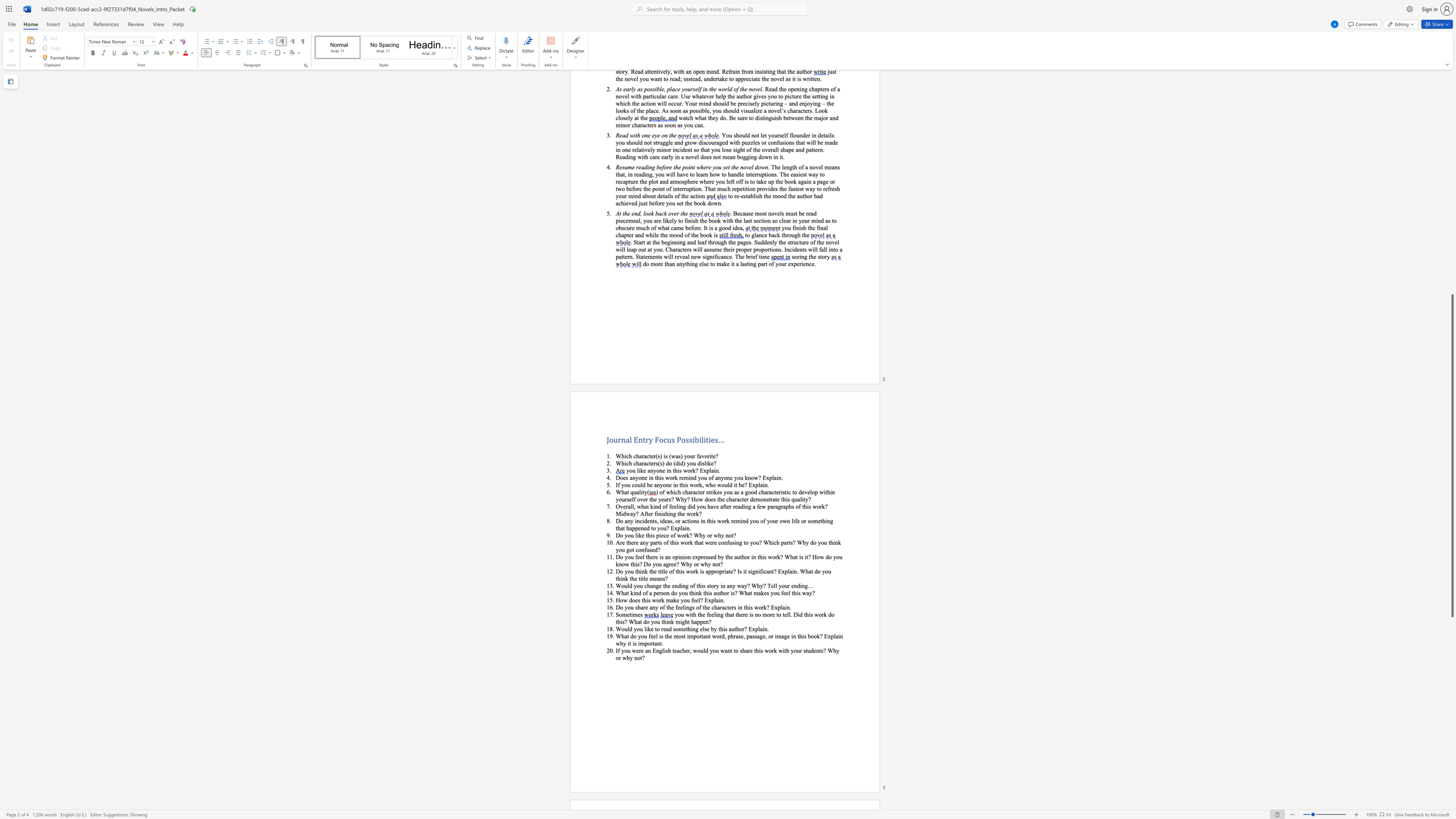  What do you see at coordinates (782, 478) in the screenshot?
I see `the 1th character "." in the text` at bounding box center [782, 478].